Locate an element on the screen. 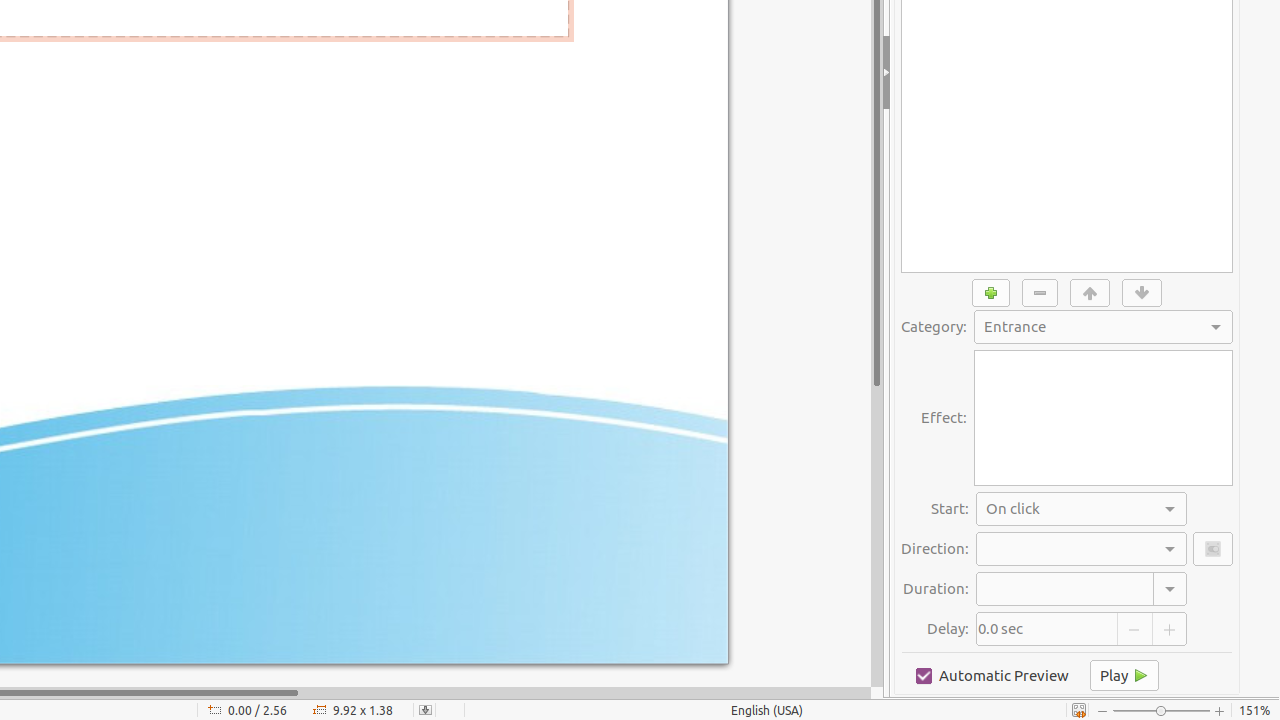 Image resolution: width=1280 pixels, height=720 pixels. 'Automatic Preview' is located at coordinates (992, 675).